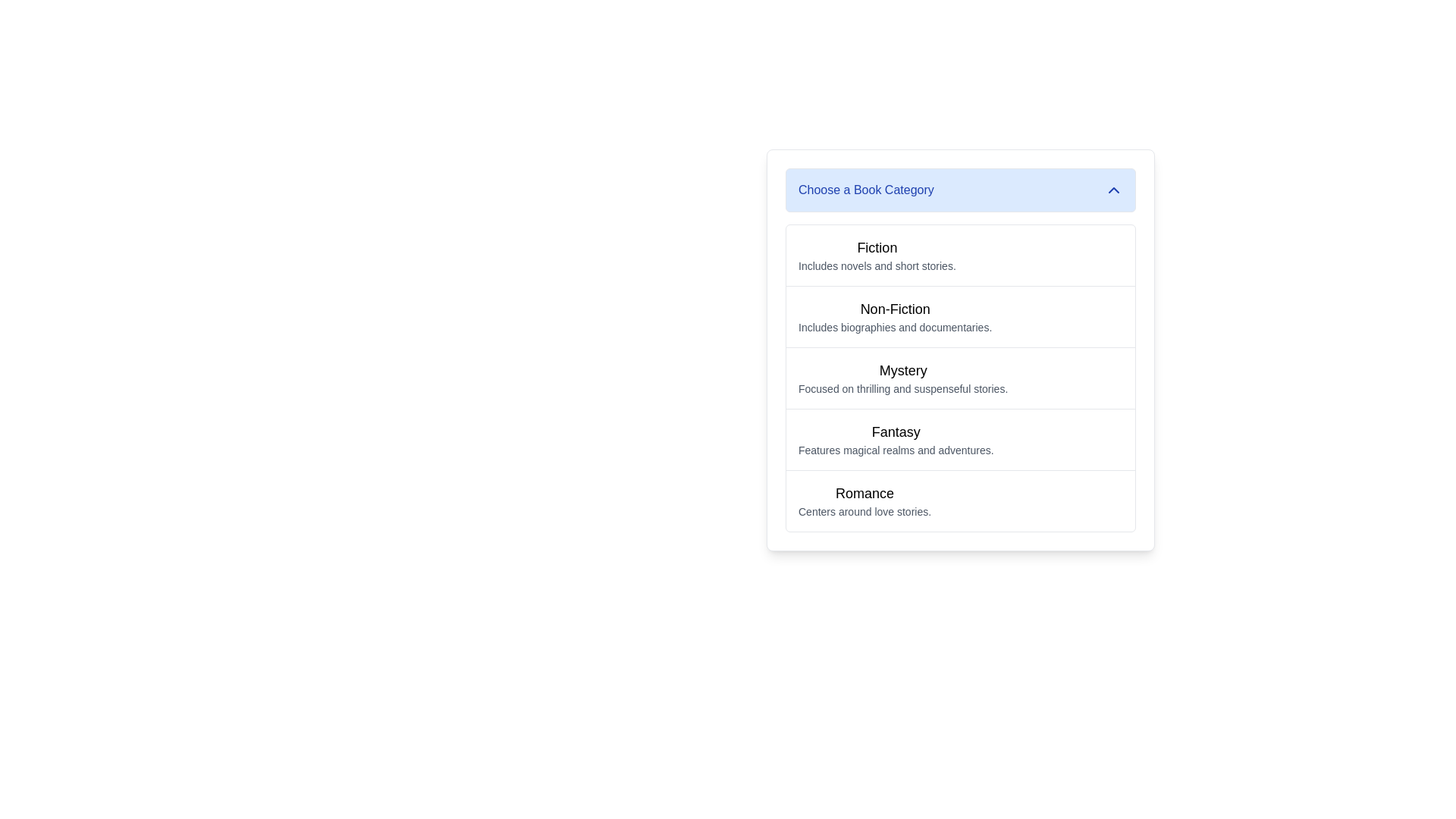 The width and height of the screenshot is (1456, 819). What do you see at coordinates (960, 254) in the screenshot?
I see `the first list item for the category 'Fiction'` at bounding box center [960, 254].